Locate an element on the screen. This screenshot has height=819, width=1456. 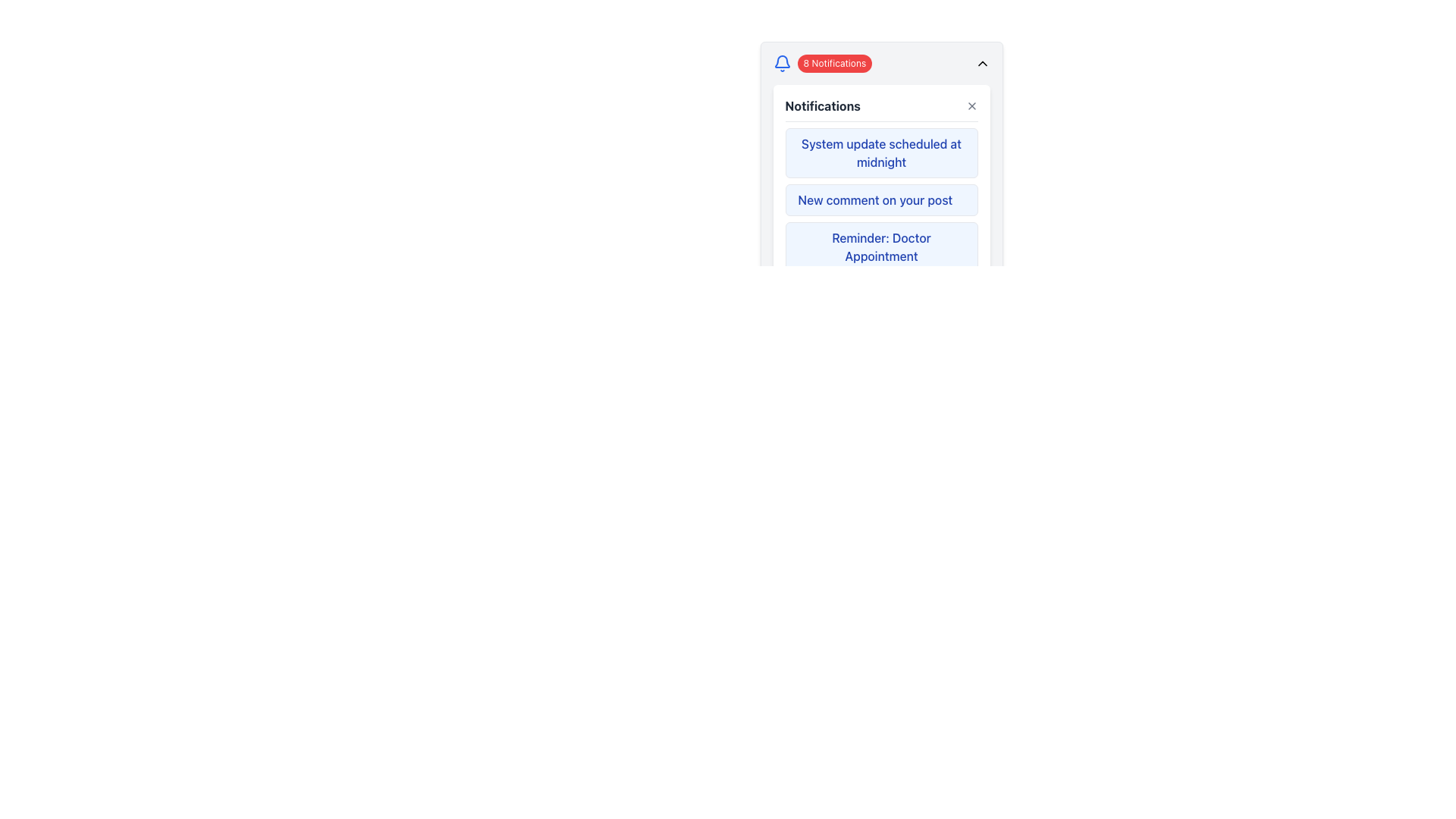
the notification message indicating a new comment on the user's post, positioned centrally in the notification panel, specifically the second notification item in the list is located at coordinates (875, 199).